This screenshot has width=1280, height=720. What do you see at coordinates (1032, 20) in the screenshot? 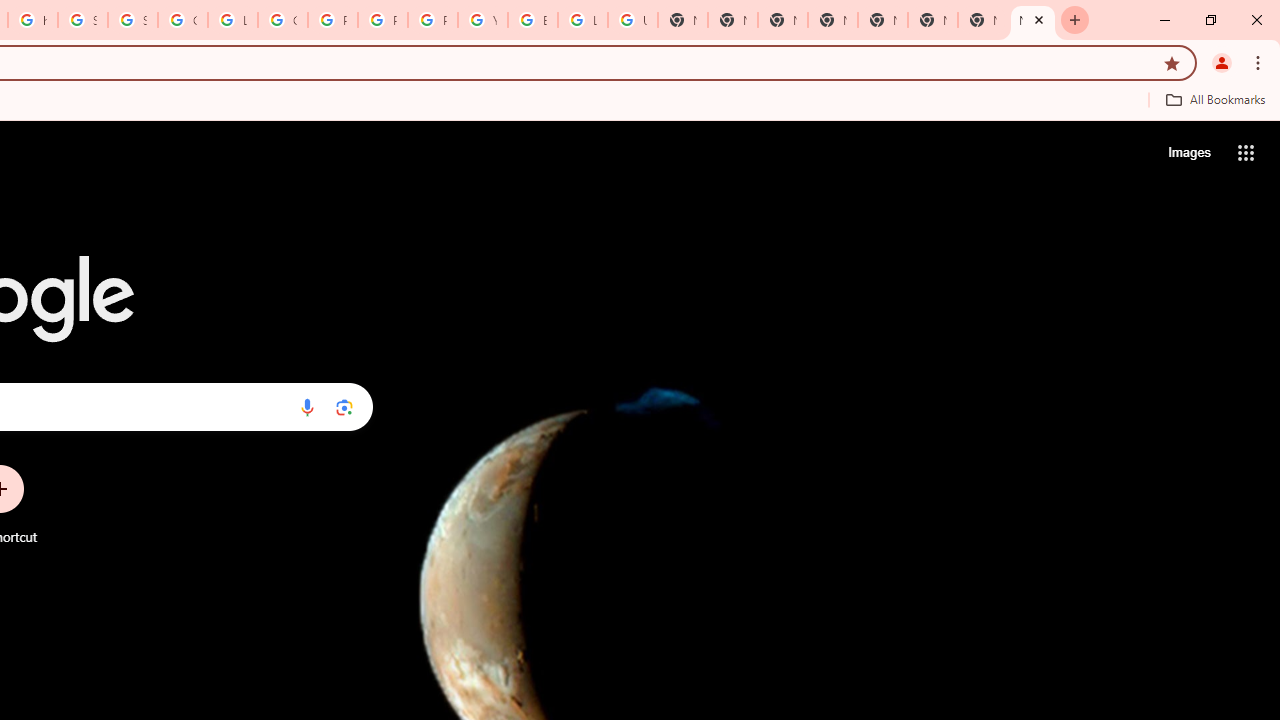
I see `'New Tab'` at bounding box center [1032, 20].